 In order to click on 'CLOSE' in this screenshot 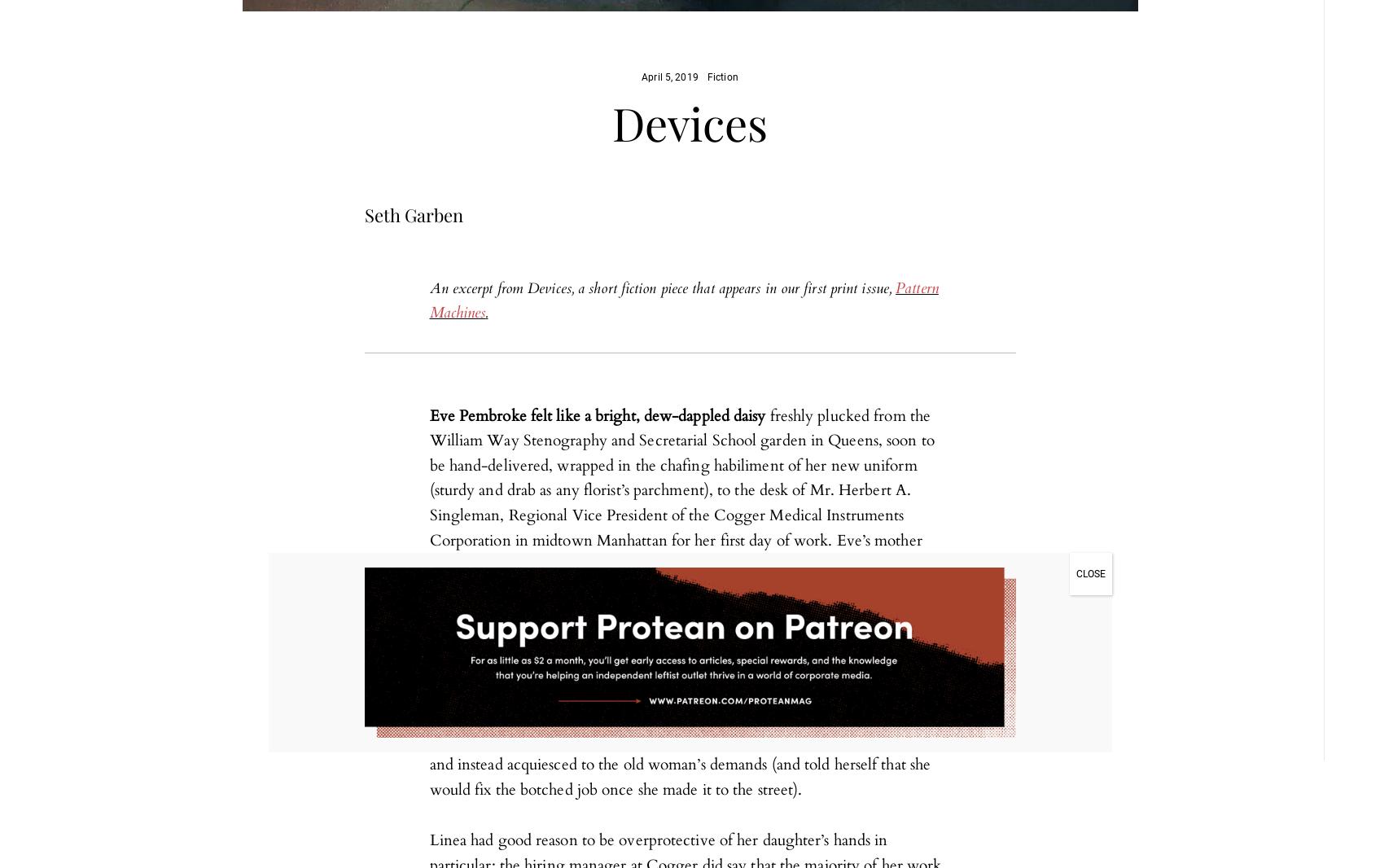, I will do `click(1090, 573)`.